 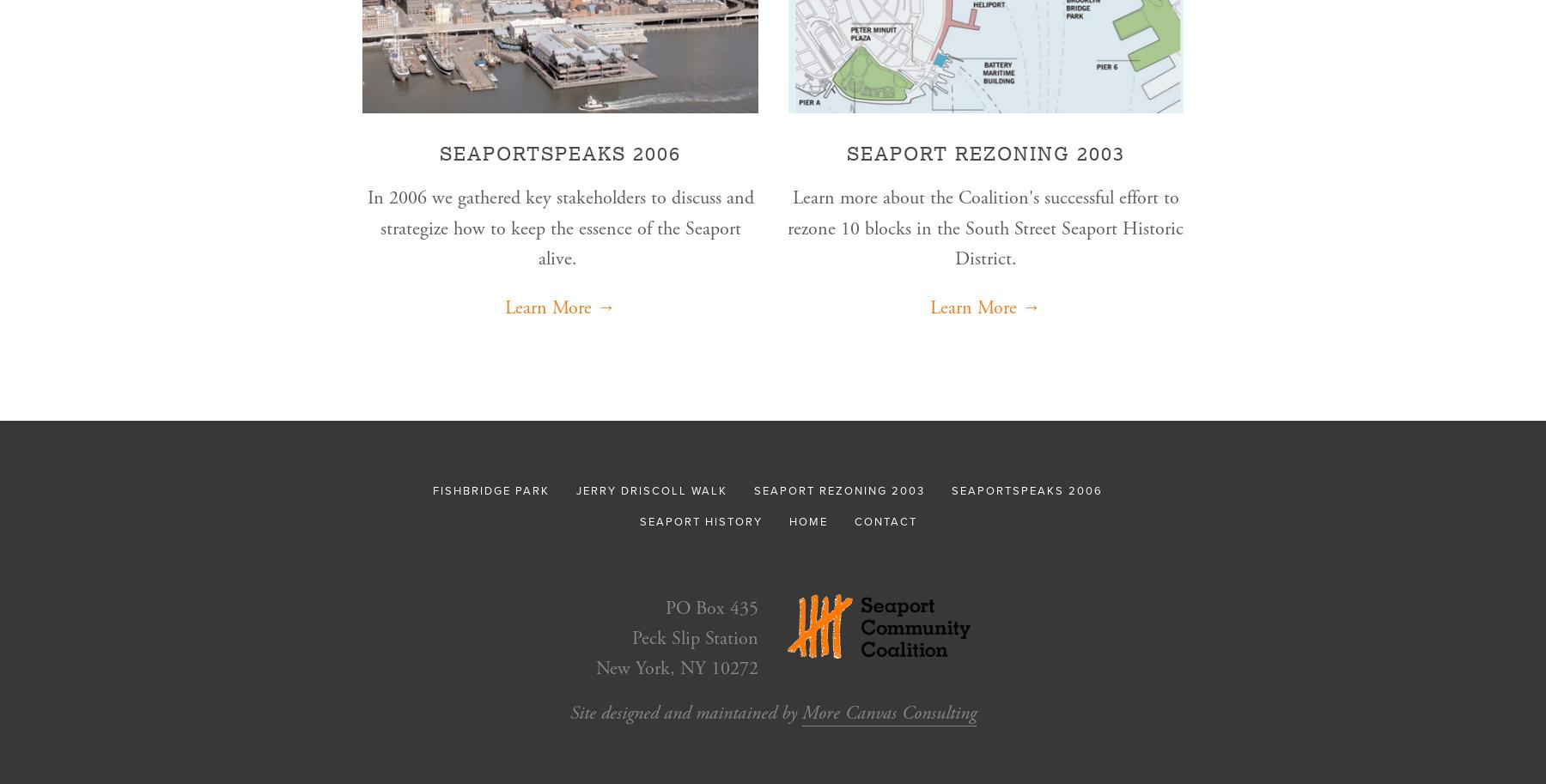 I want to click on 'HOME', so click(x=788, y=520).